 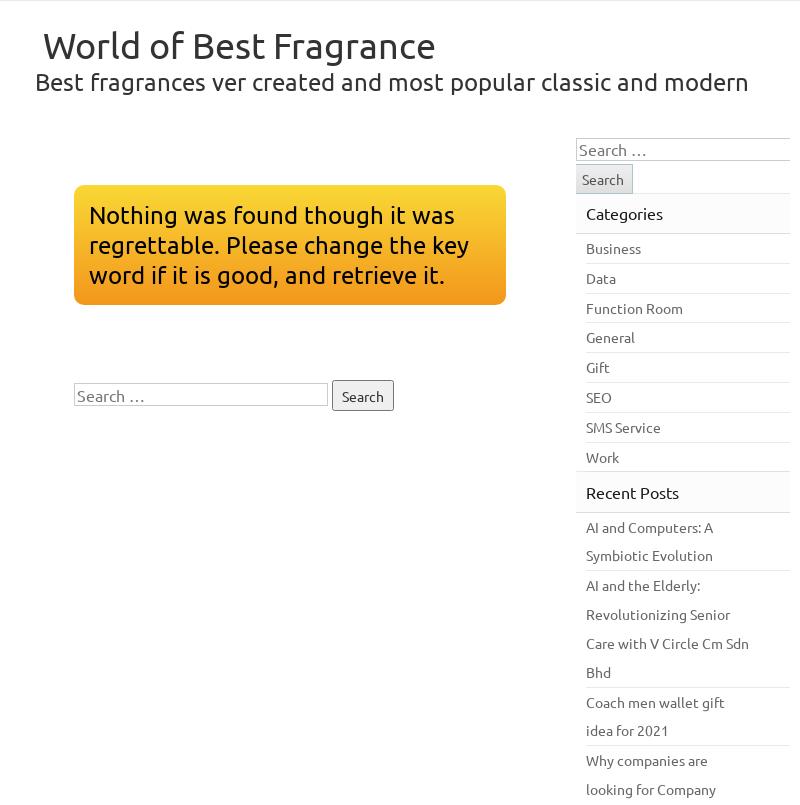 I want to click on 'I and', so click(x=611, y=524).